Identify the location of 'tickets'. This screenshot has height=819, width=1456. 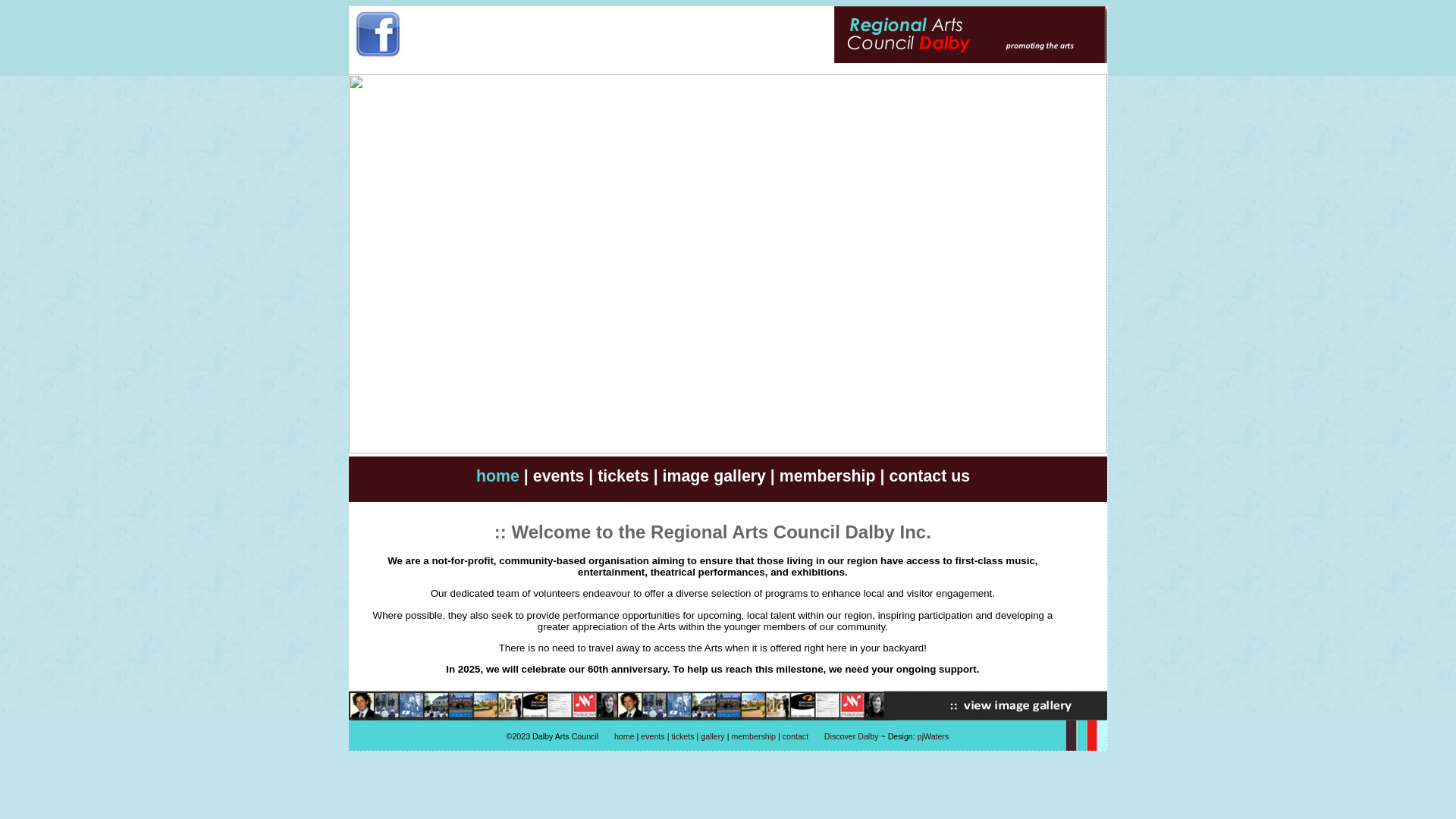
(596, 475).